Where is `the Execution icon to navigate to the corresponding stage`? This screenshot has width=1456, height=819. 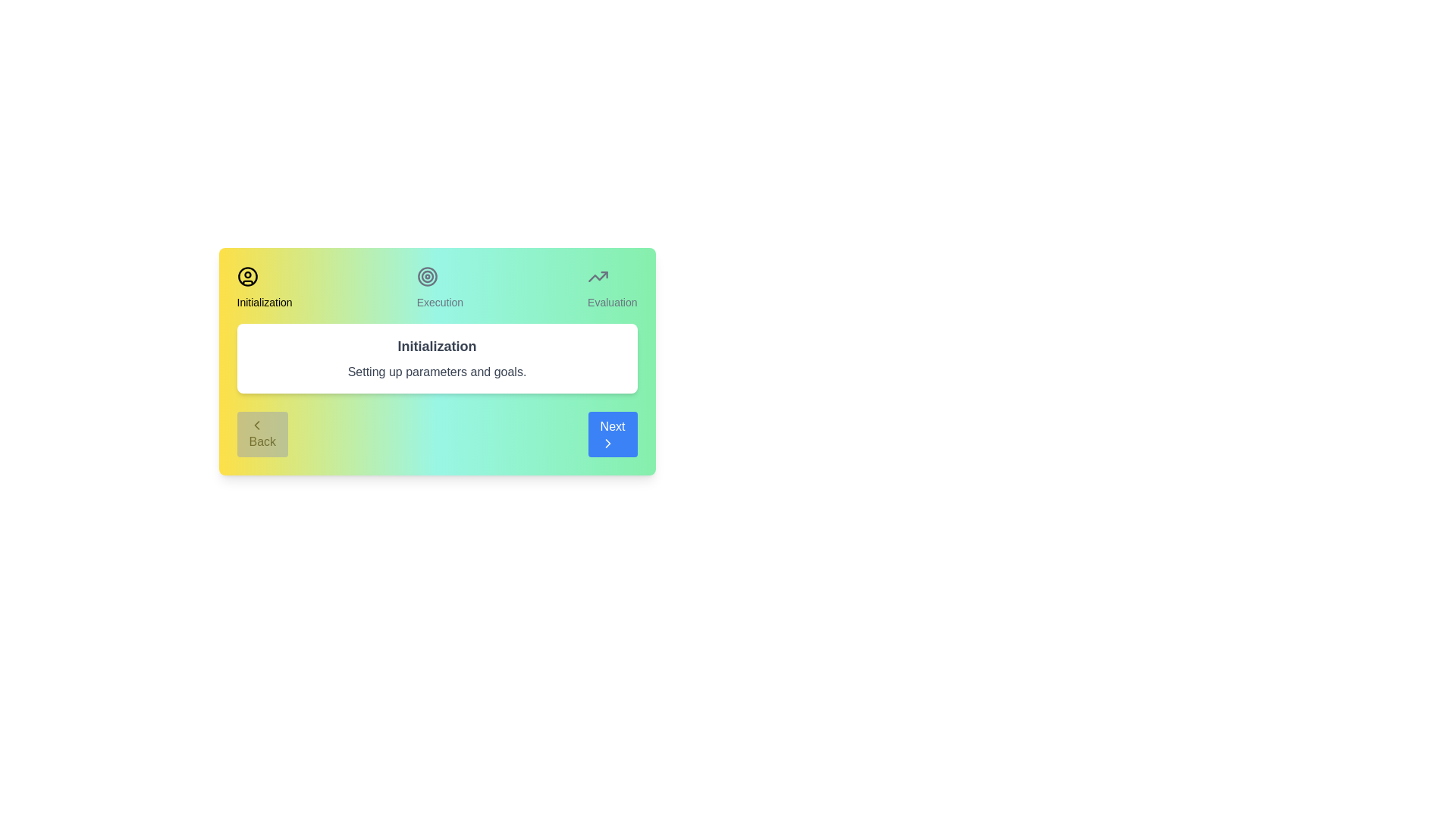 the Execution icon to navigate to the corresponding stage is located at coordinates (426, 277).